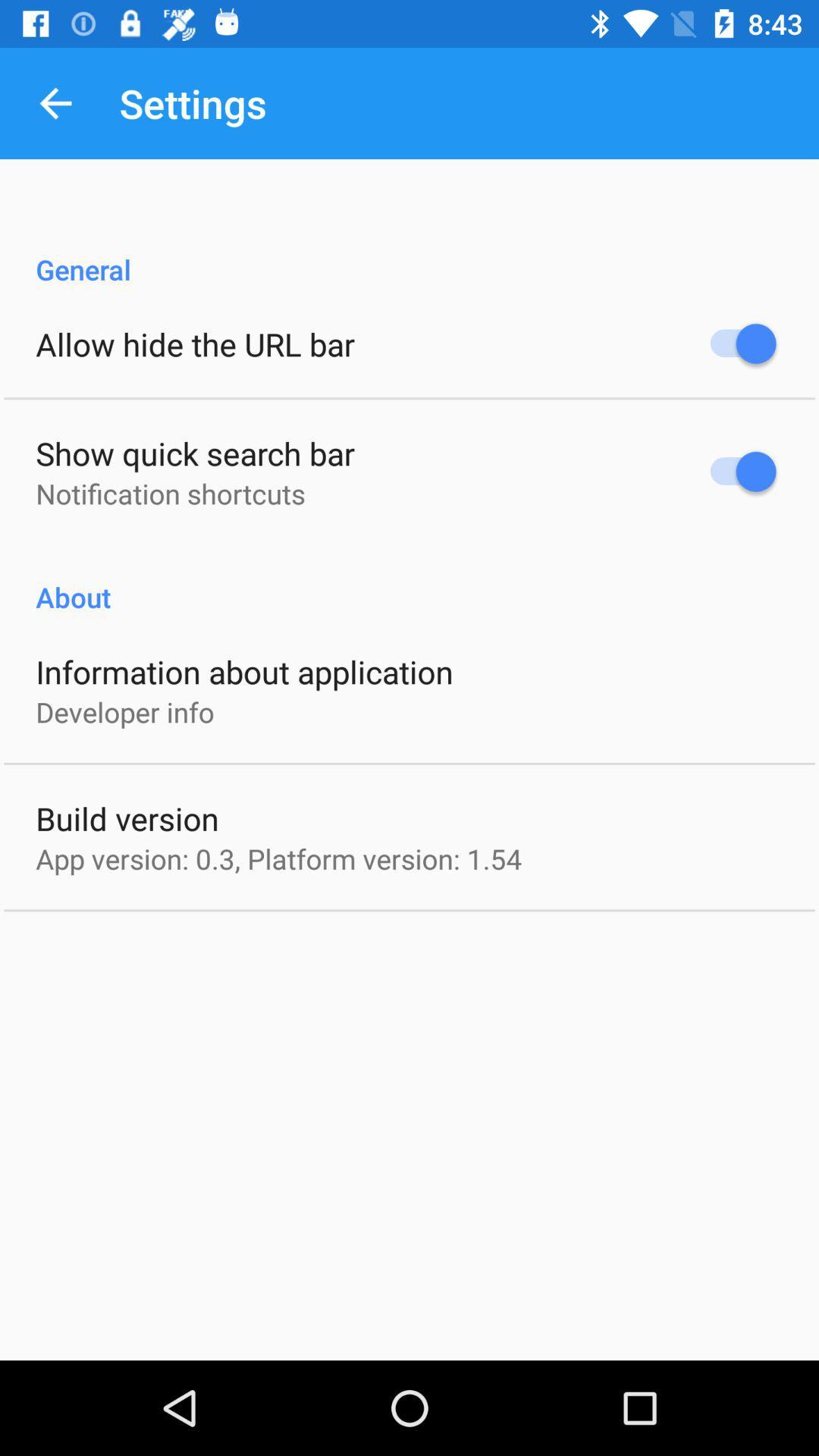  What do you see at coordinates (124, 711) in the screenshot?
I see `developer info` at bounding box center [124, 711].